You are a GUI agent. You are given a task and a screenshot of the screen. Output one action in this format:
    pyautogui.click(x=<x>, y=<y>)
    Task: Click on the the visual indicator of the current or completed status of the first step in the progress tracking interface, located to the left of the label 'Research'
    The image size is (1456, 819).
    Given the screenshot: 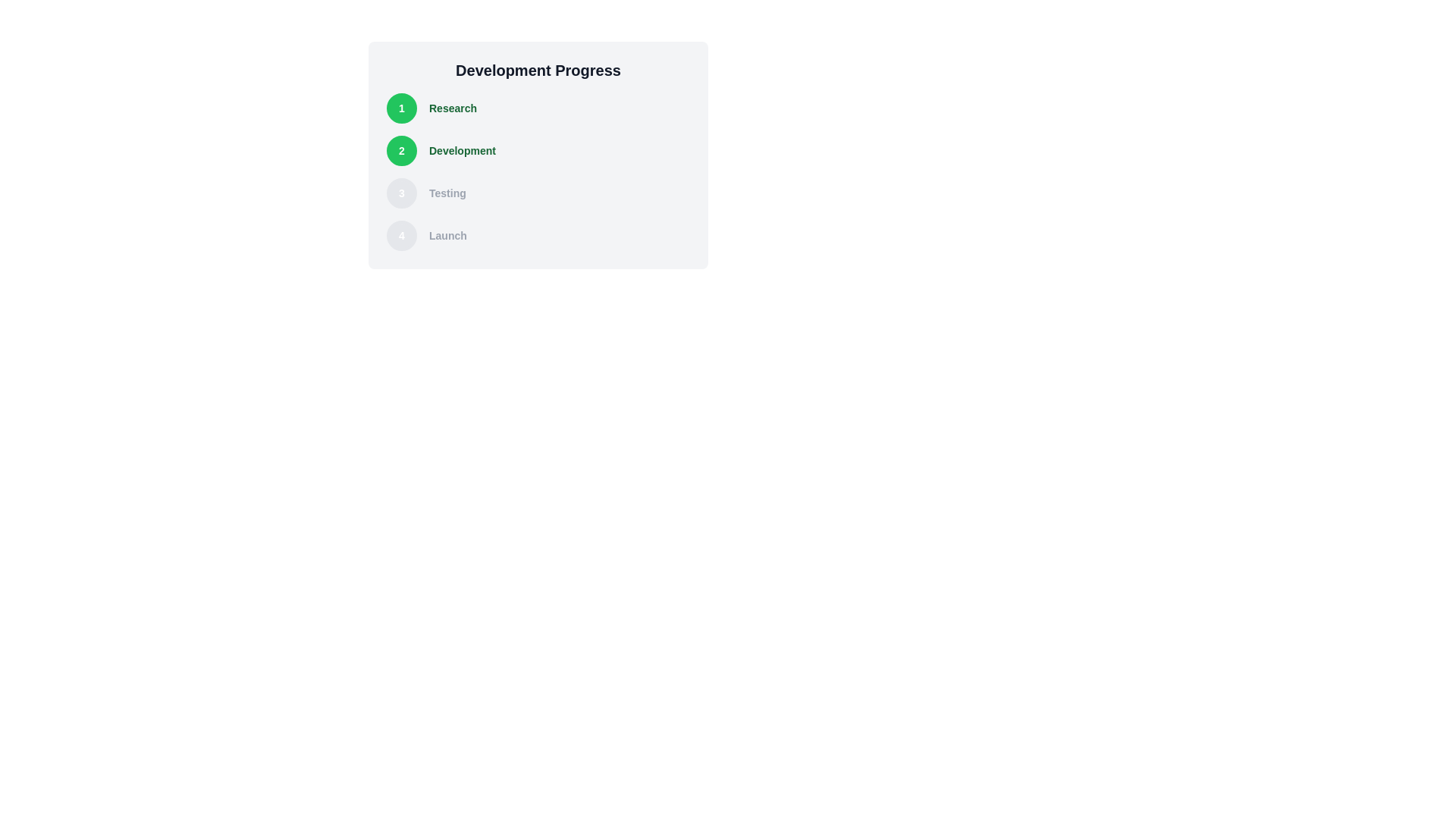 What is the action you would take?
    pyautogui.click(x=401, y=107)
    